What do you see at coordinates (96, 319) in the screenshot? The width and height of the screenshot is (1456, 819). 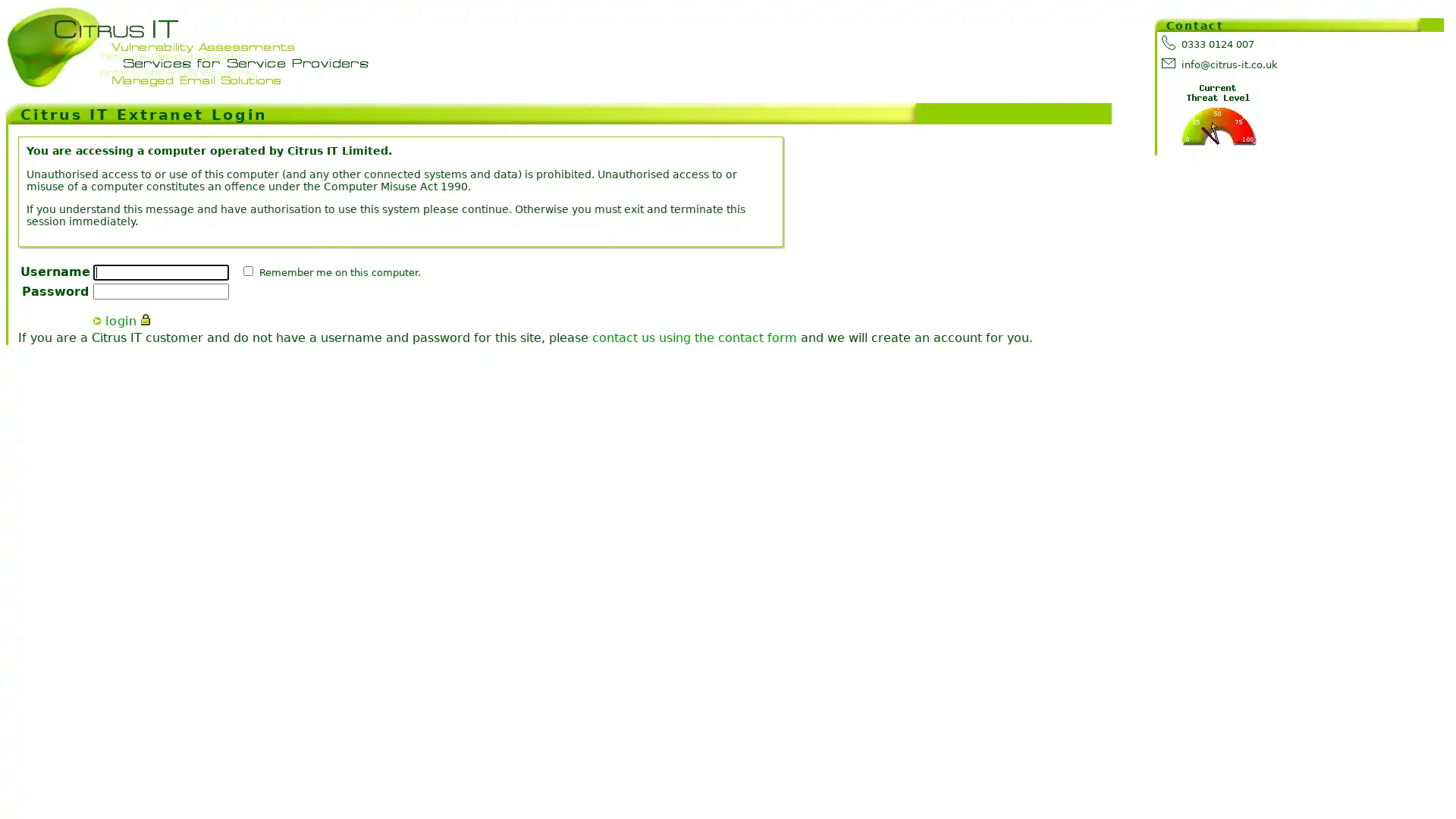 I see `>` at bounding box center [96, 319].